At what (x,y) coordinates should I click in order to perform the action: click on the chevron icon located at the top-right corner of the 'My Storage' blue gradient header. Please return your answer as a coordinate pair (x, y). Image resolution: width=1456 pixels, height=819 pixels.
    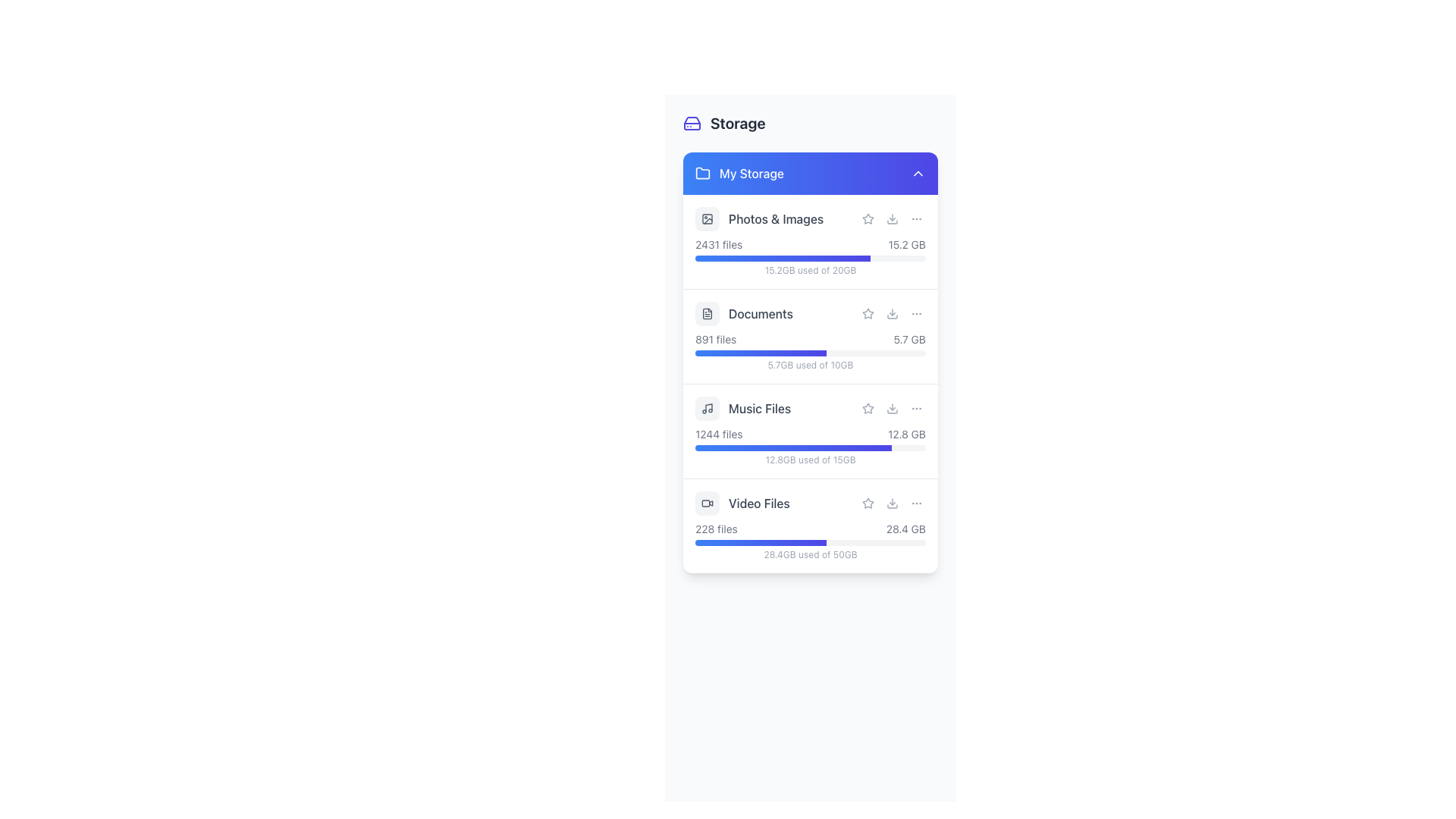
    Looking at the image, I should click on (917, 172).